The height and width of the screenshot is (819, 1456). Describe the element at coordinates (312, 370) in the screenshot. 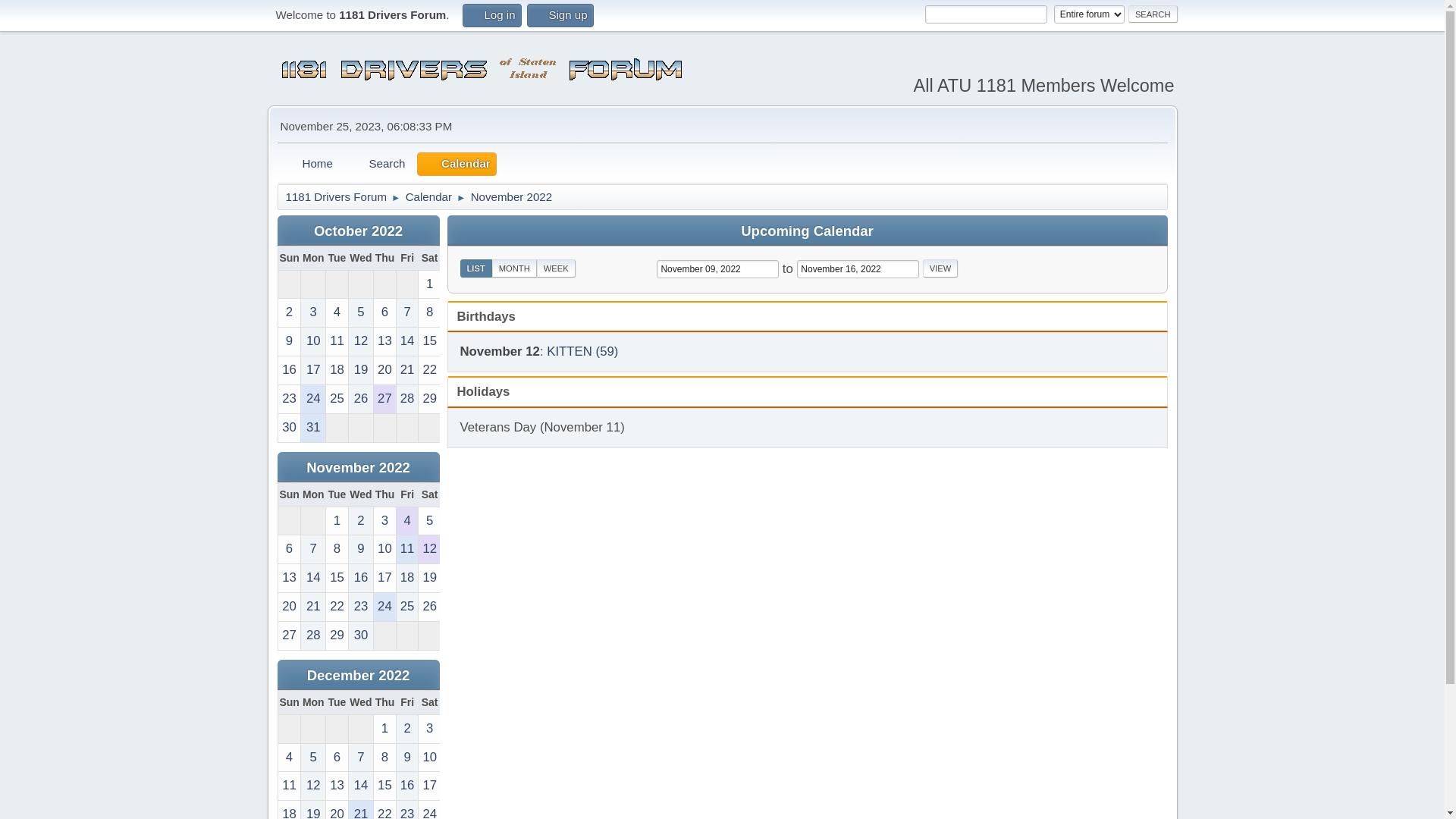

I see `'17'` at that location.